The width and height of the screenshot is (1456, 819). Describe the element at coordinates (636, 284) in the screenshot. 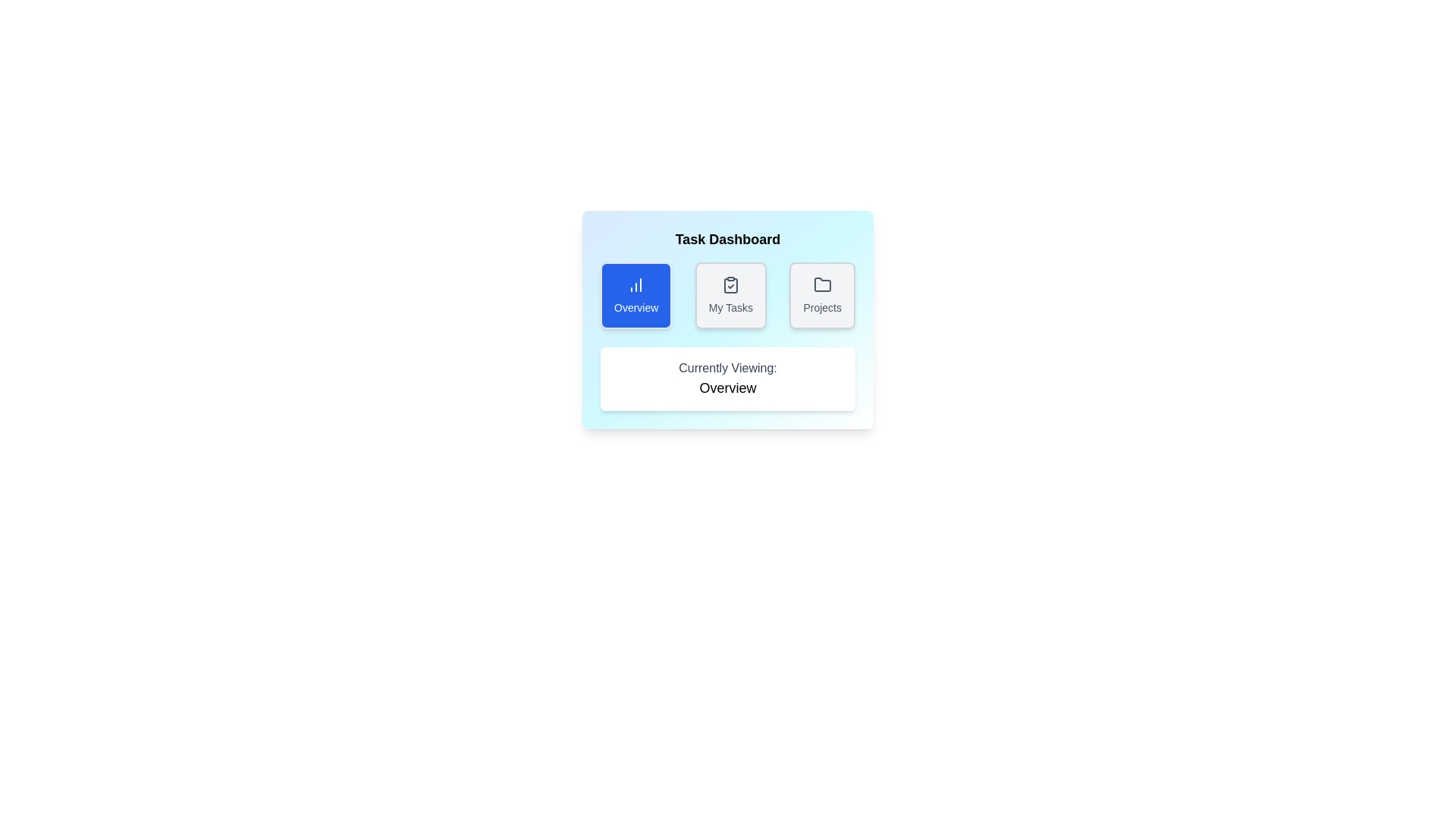

I see `the icon of the tab labeled 'Overview' for inspection` at that location.